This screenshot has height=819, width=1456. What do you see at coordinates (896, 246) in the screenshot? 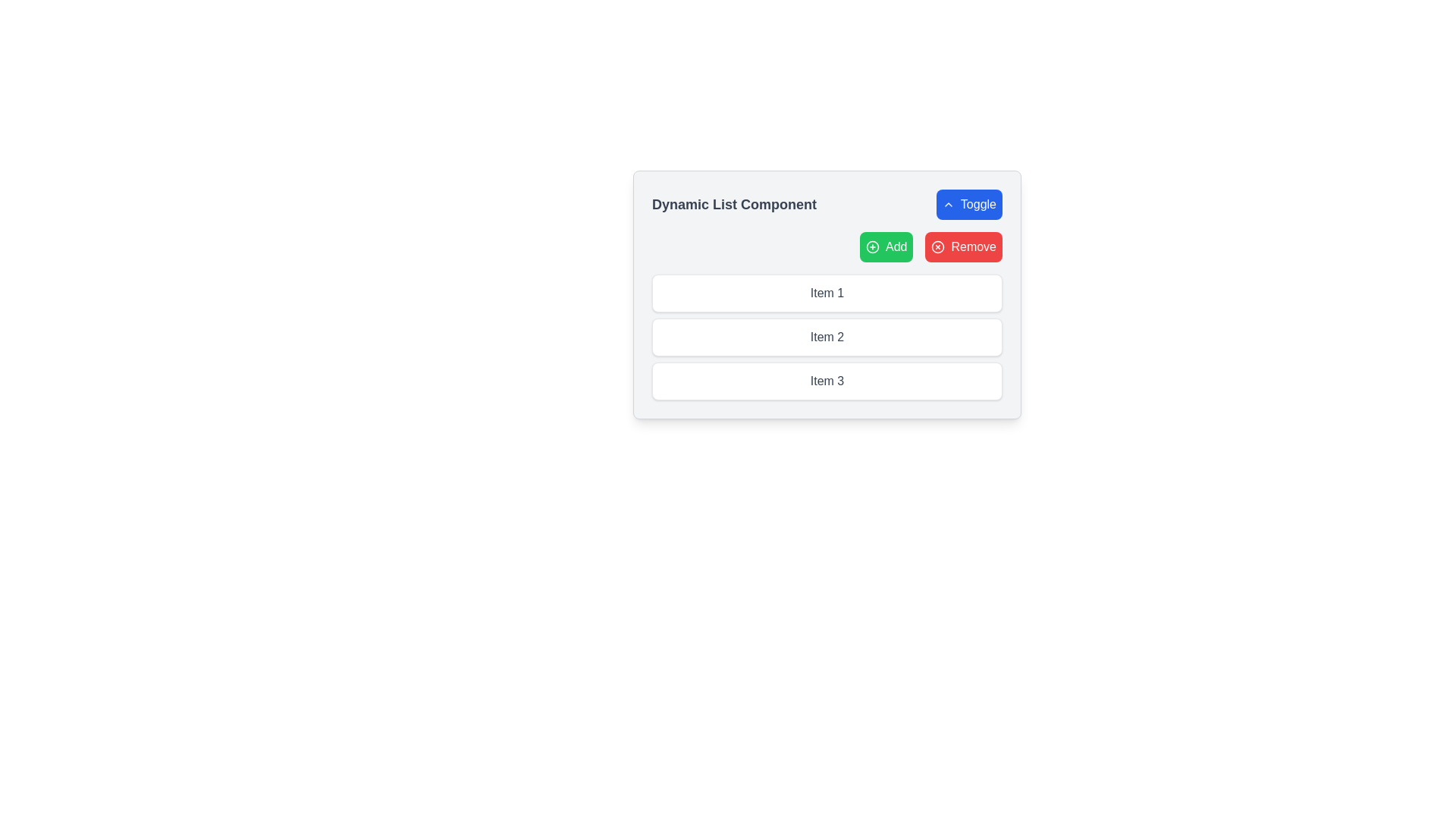
I see `the 'Add' text label located within the green button in the 'Dynamic List Component'` at bounding box center [896, 246].